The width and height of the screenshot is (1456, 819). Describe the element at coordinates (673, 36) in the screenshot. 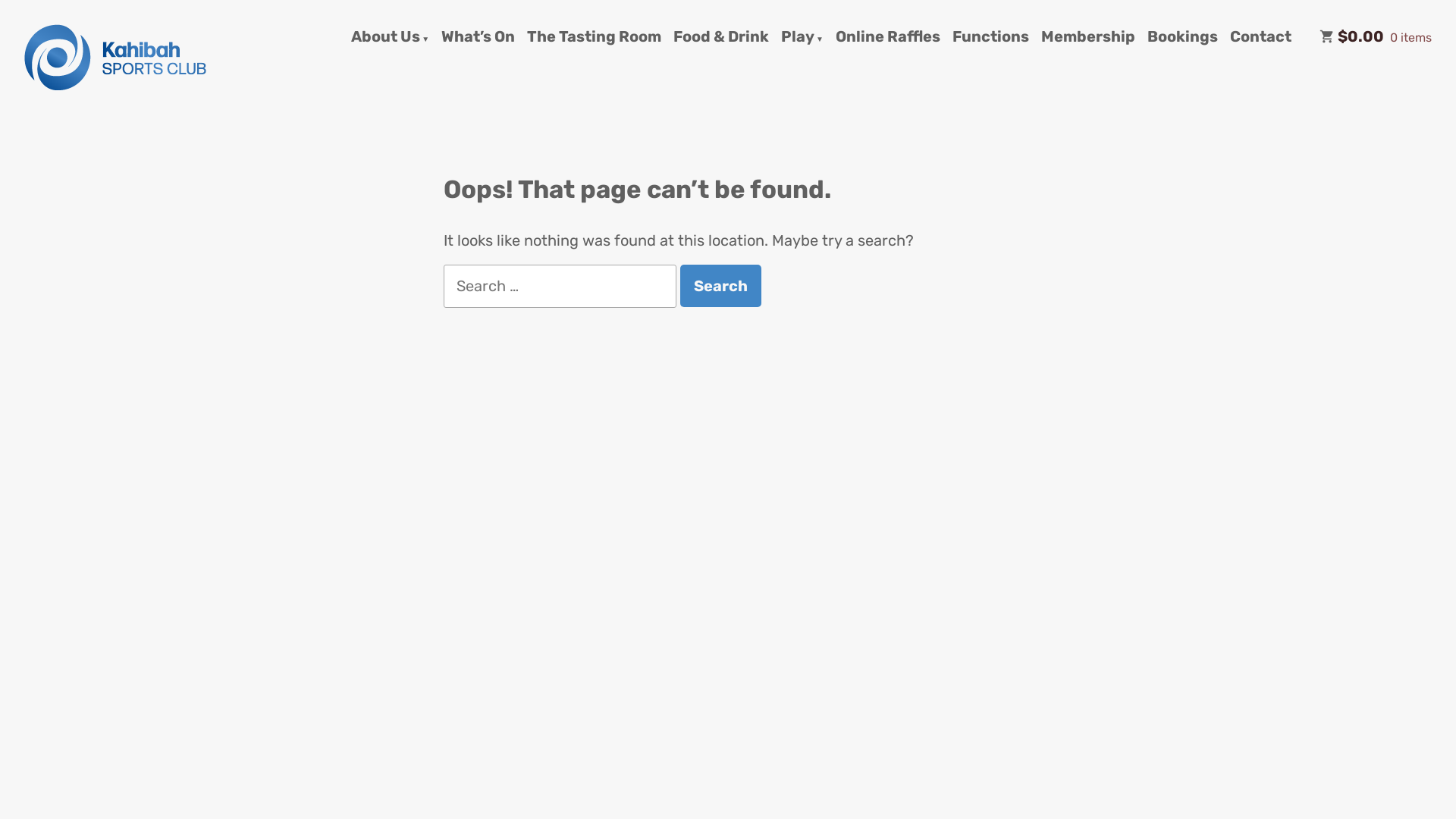

I see `'Food & Drink'` at that location.